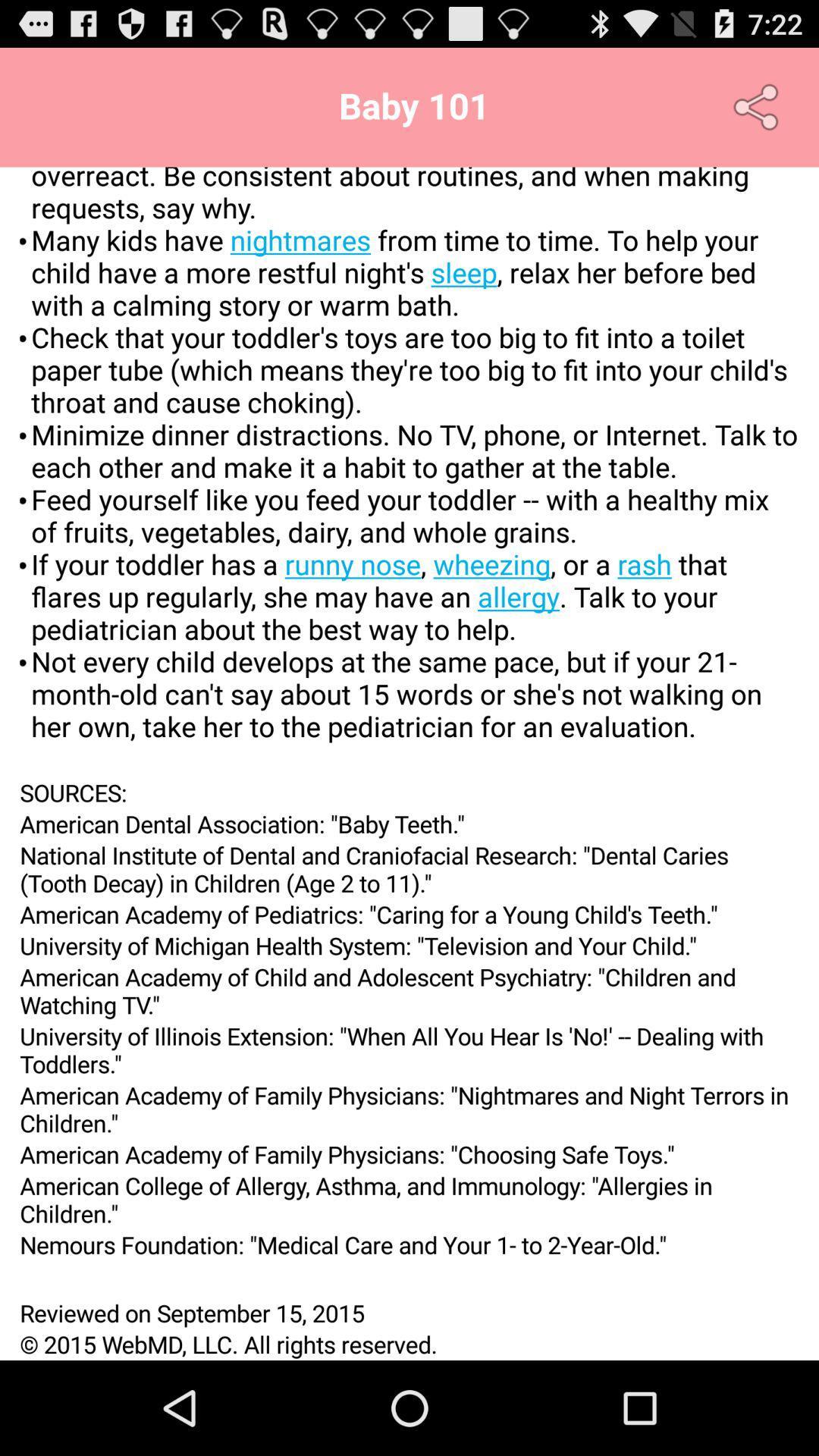 Image resolution: width=819 pixels, height=1456 pixels. Describe the element at coordinates (409, 792) in the screenshot. I see `the sources: app` at that location.